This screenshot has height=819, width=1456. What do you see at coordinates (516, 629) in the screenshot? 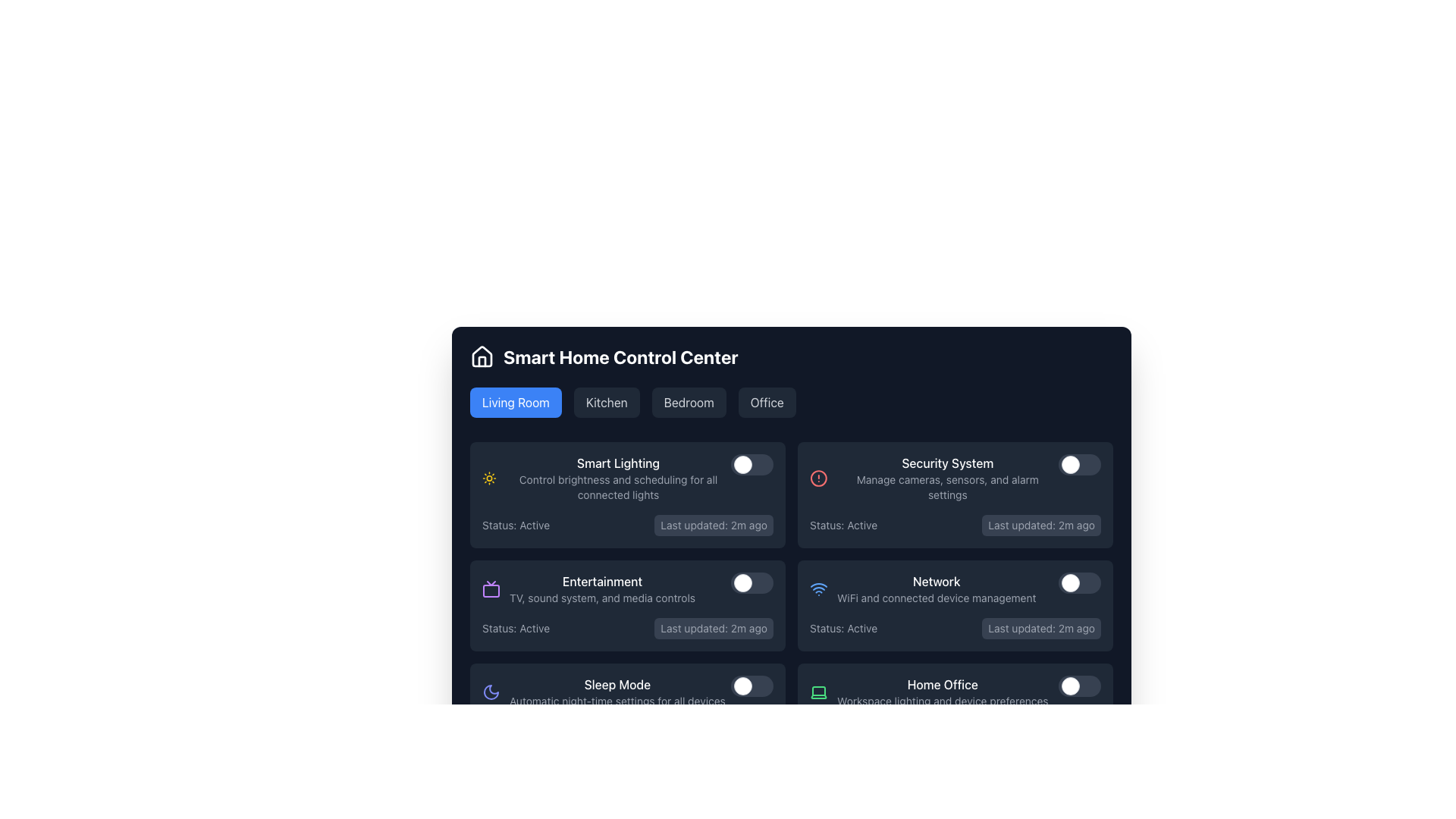
I see `the 'Active' status text label within the 'Entertainment' card, which is located to the left of the 'Last updated: 2m ago' text` at bounding box center [516, 629].